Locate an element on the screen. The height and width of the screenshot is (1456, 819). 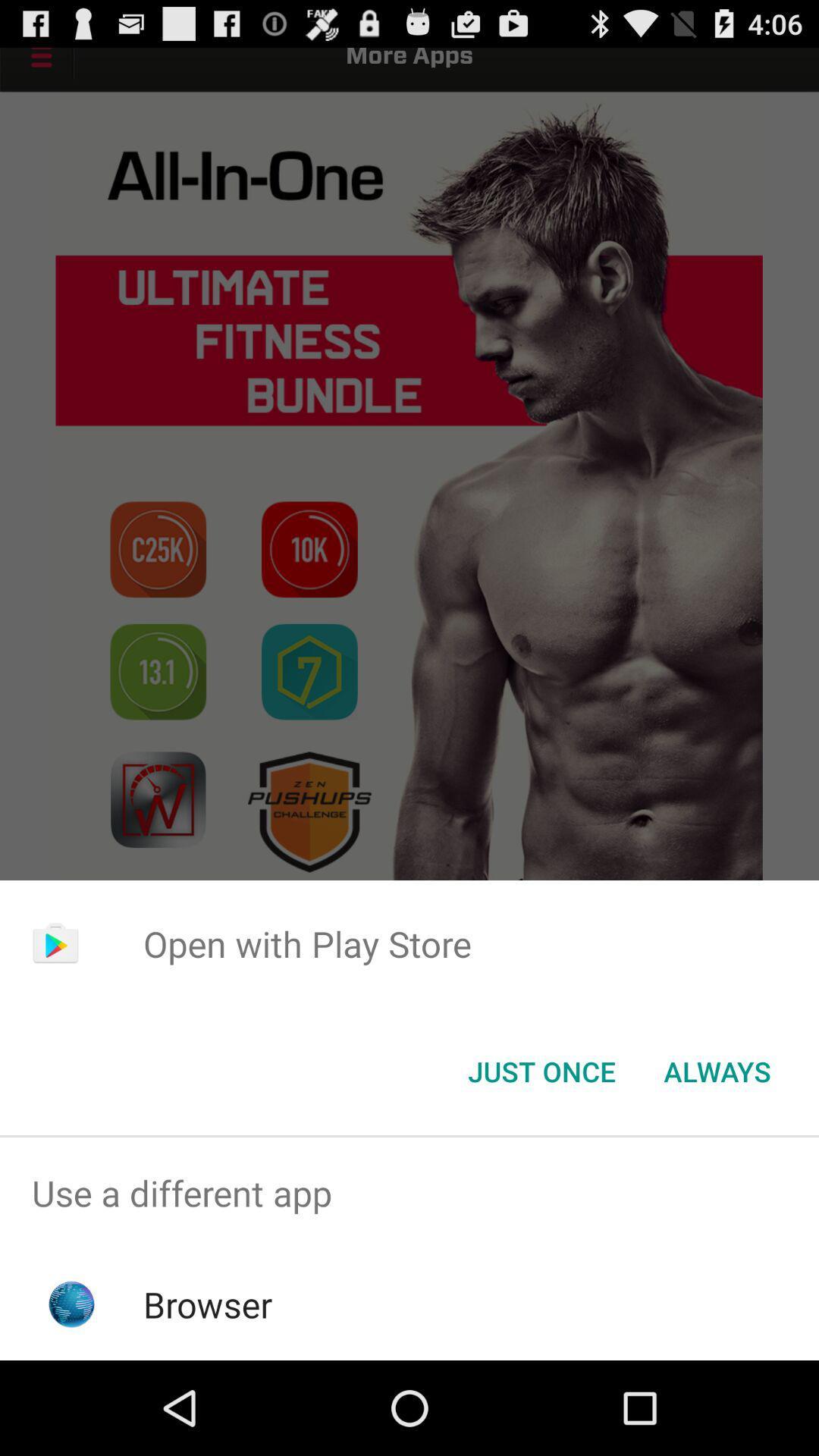
always icon is located at coordinates (717, 1070).